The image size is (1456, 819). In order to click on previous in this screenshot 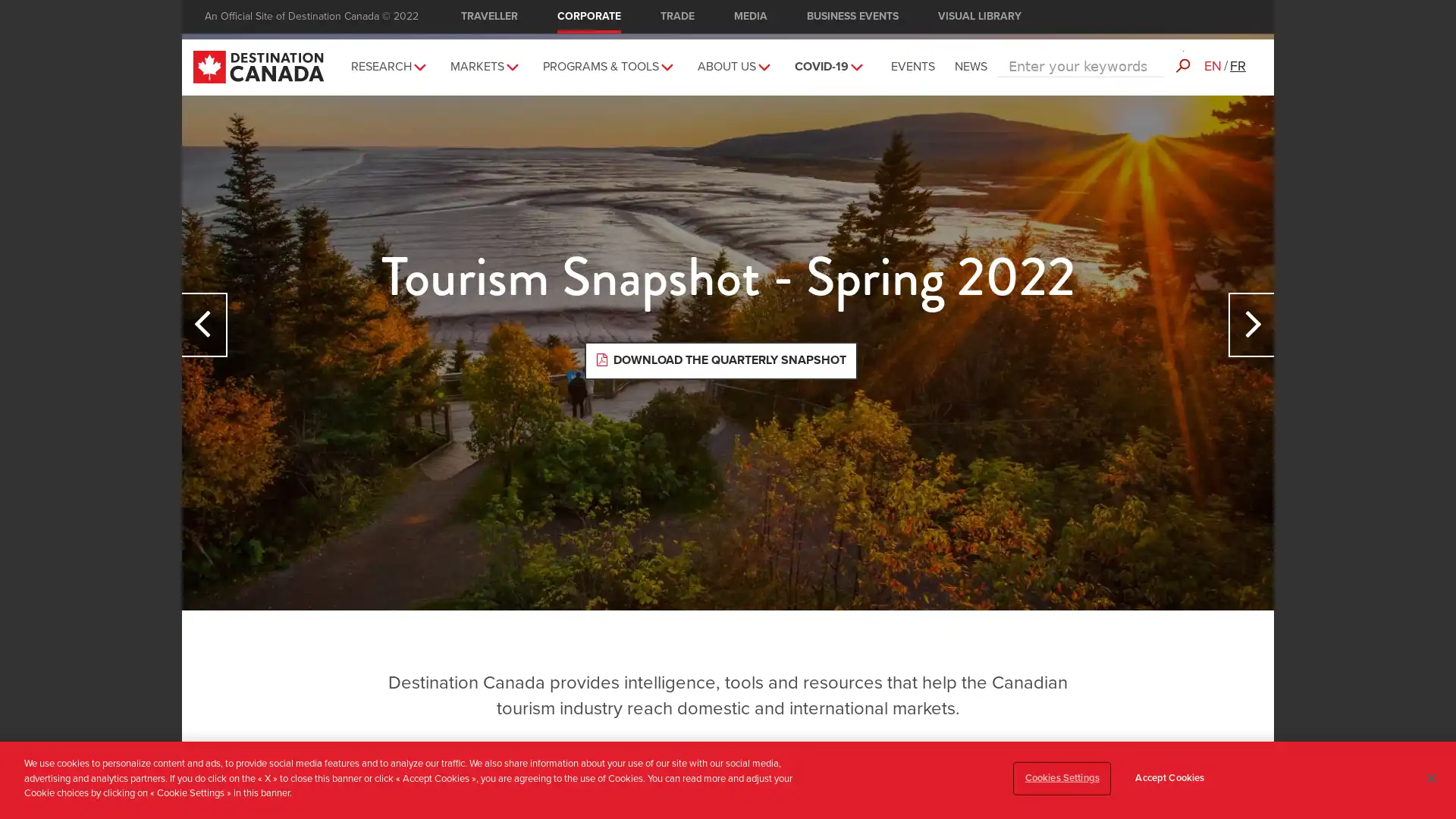, I will do `click(203, 323)`.